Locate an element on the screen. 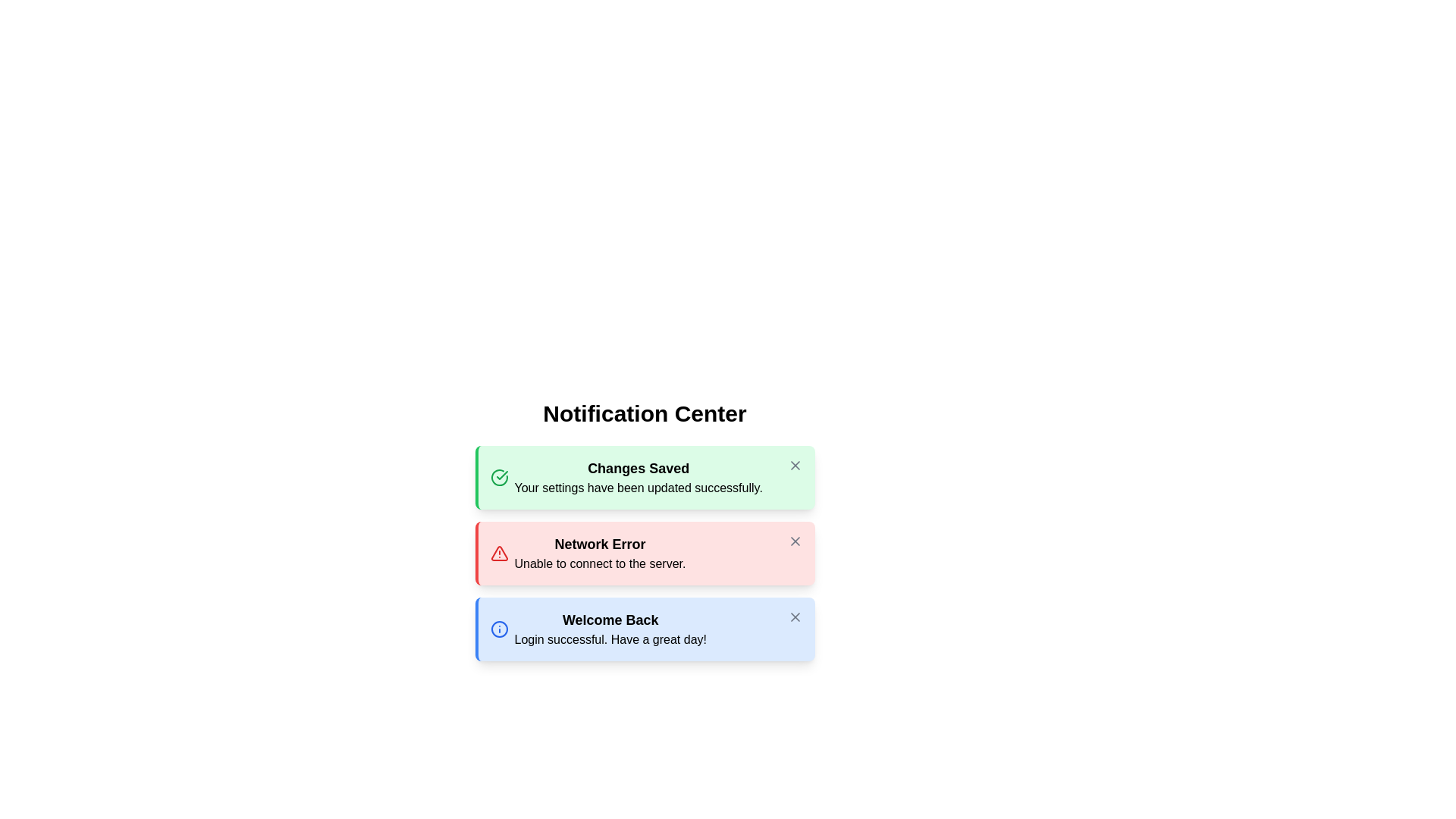 The height and width of the screenshot is (819, 1456). the visual indication of the confirmation icon located in the topmost notification under the 'Notification Center' titled 'Changes Saved', positioned to the left of the notification text is located at coordinates (502, 475).